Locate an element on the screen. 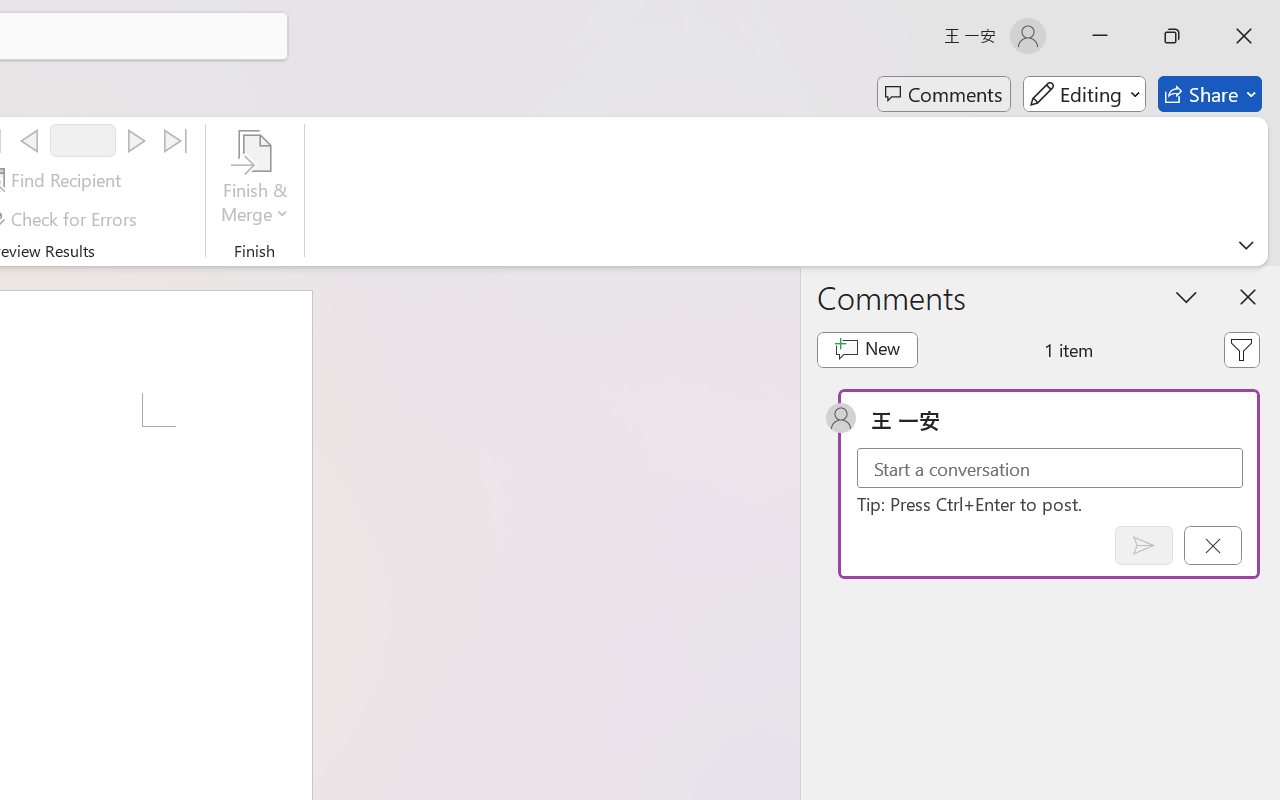 This screenshot has height=800, width=1280. 'Last' is located at coordinates (176, 141).